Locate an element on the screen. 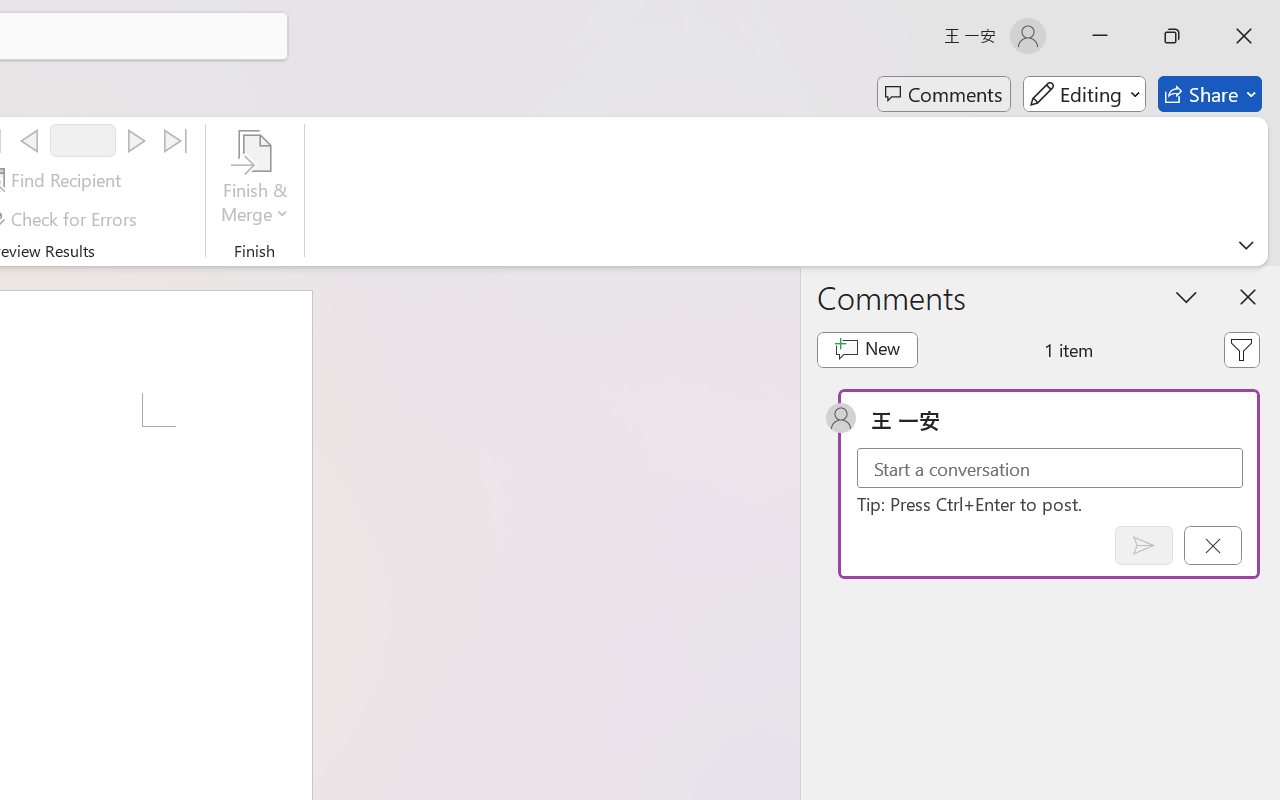 This screenshot has height=800, width=1280. 'Last' is located at coordinates (176, 141).